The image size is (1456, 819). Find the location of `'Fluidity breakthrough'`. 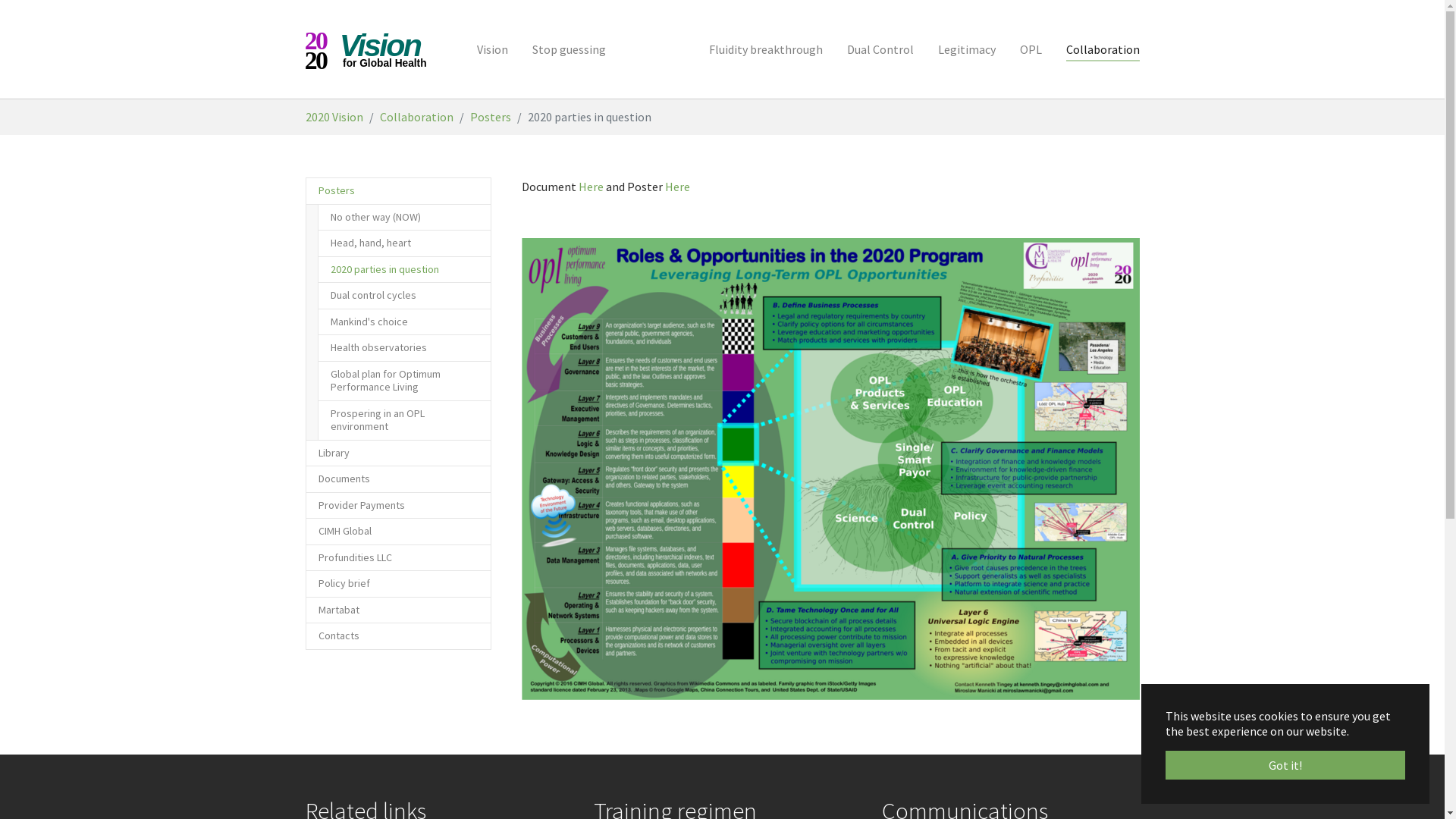

'Fluidity breakthrough' is located at coordinates (764, 49).